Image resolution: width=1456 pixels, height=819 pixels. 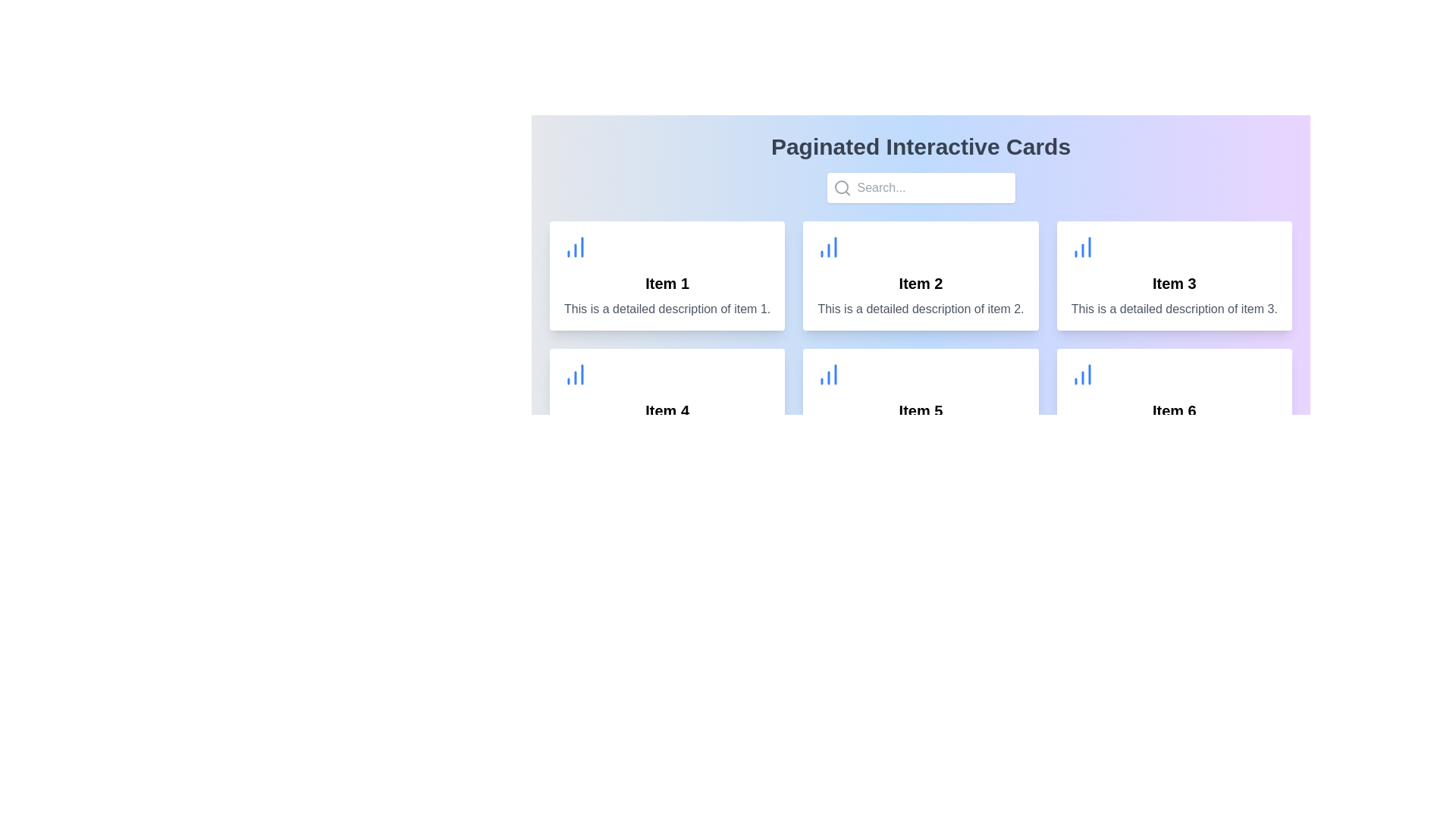 What do you see at coordinates (667, 309) in the screenshot?
I see `descriptive text located within the first card in the grid, situated directly below the title 'Item 1'` at bounding box center [667, 309].